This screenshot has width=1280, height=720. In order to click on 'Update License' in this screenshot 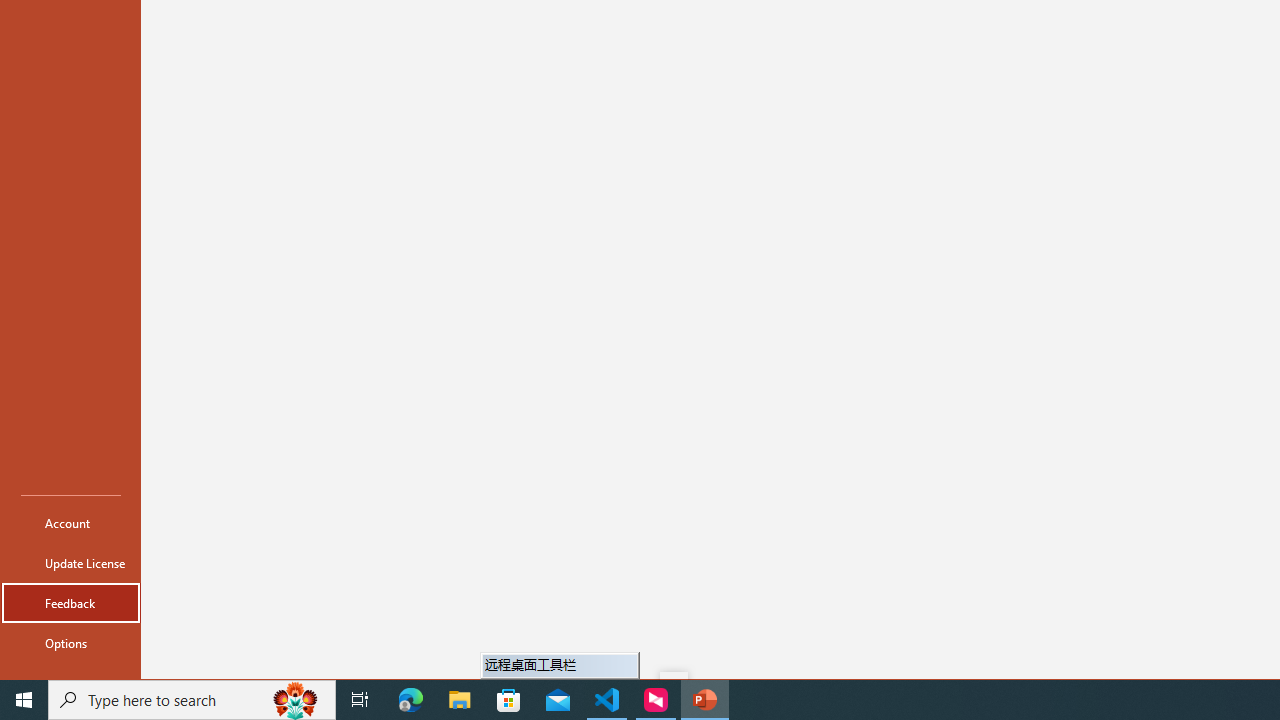, I will do `click(71, 563)`.